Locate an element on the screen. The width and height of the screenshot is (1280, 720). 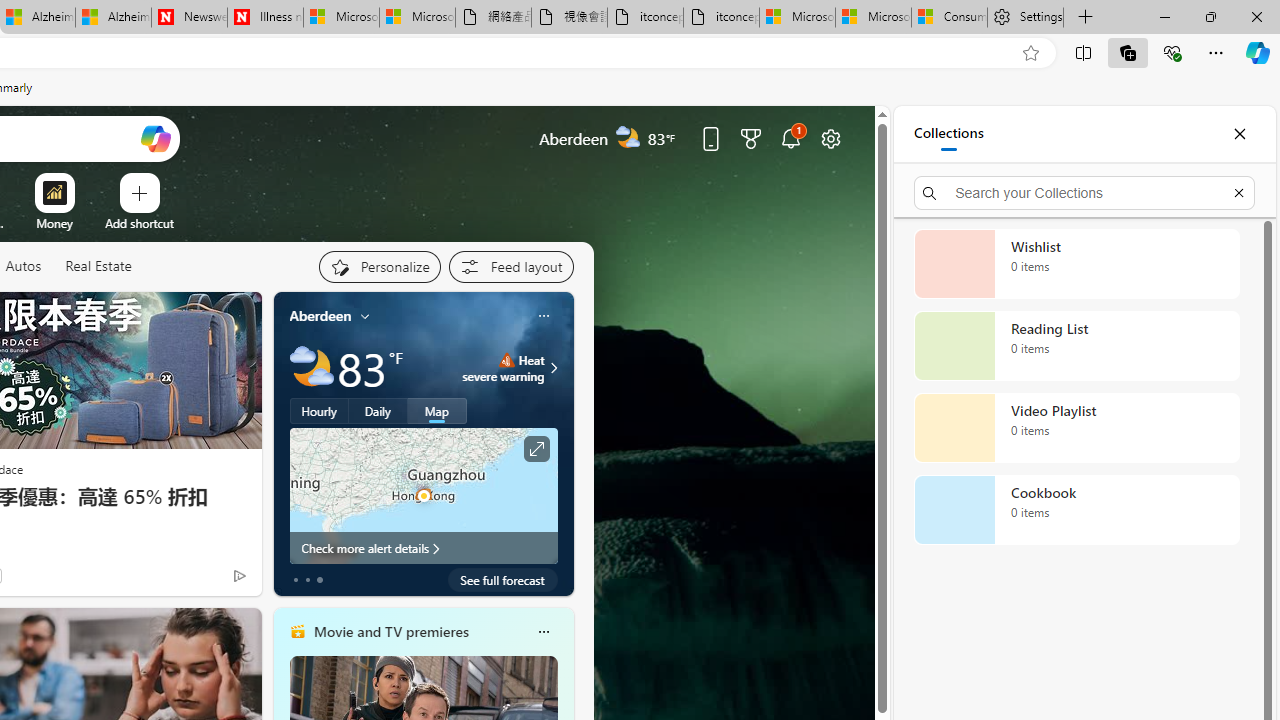
'Feed settings' is located at coordinates (510, 266).